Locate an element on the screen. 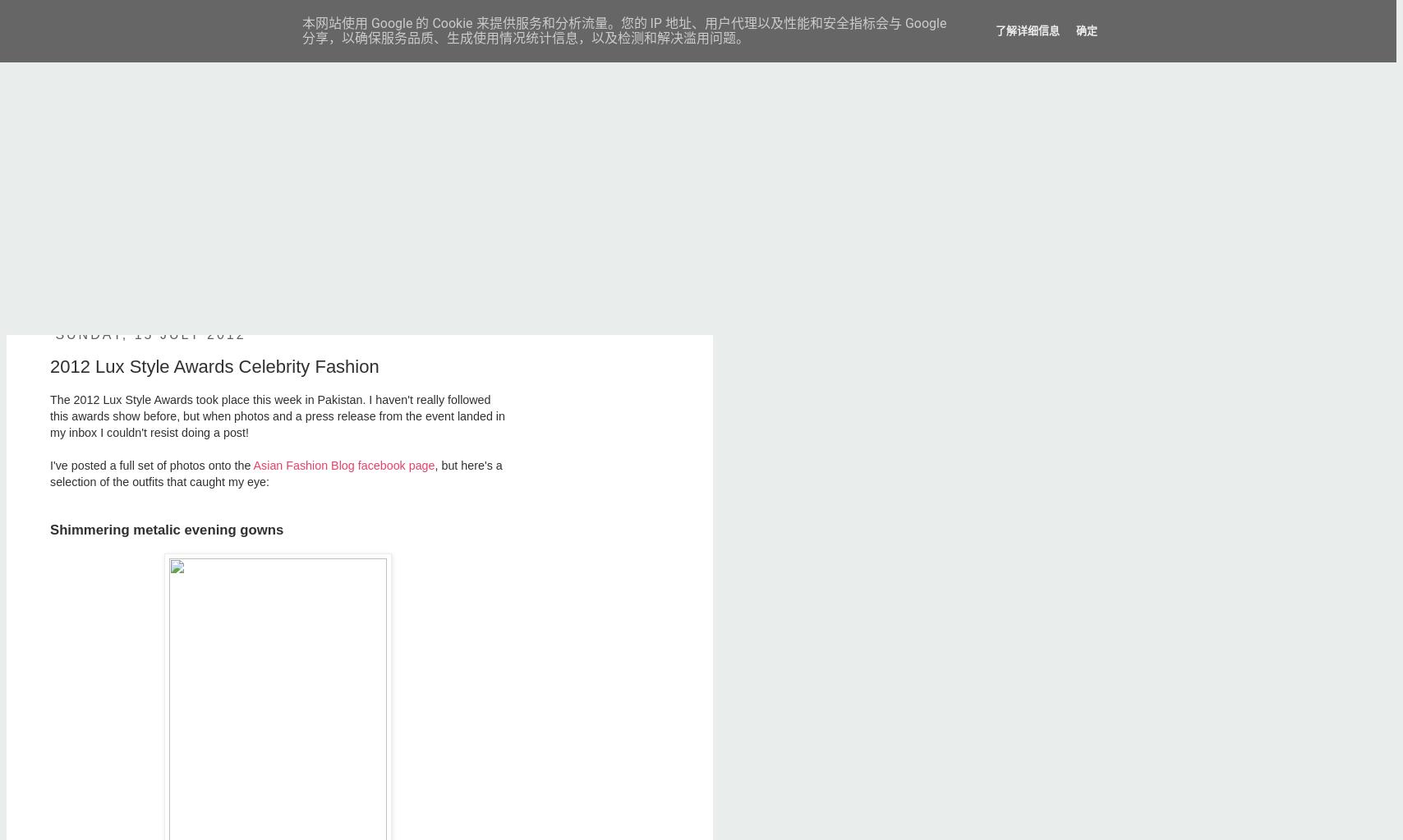 This screenshot has height=840, width=1403. 'Contact' is located at coordinates (80, 273).